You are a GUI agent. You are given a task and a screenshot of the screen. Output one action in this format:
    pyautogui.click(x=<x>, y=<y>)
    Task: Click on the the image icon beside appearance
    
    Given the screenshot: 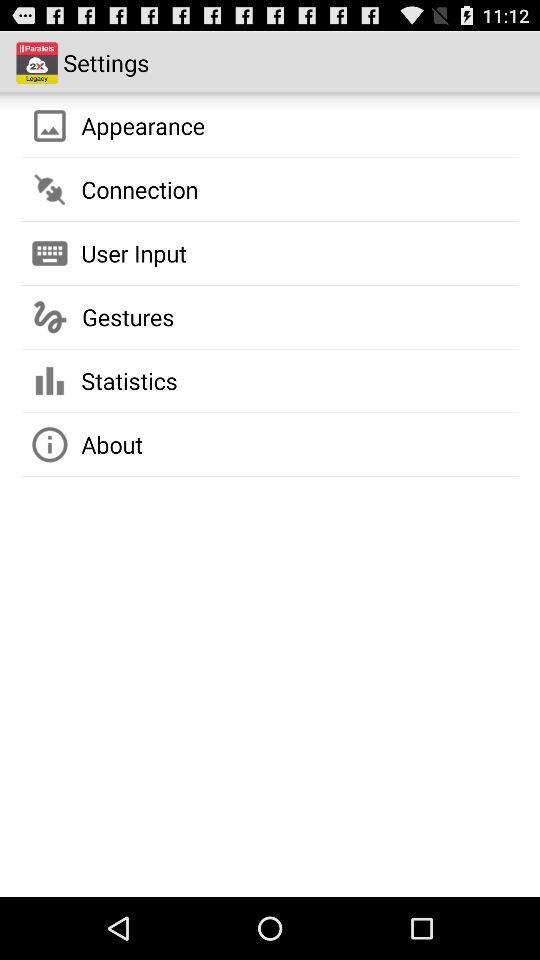 What is the action you would take?
    pyautogui.click(x=50, y=125)
    